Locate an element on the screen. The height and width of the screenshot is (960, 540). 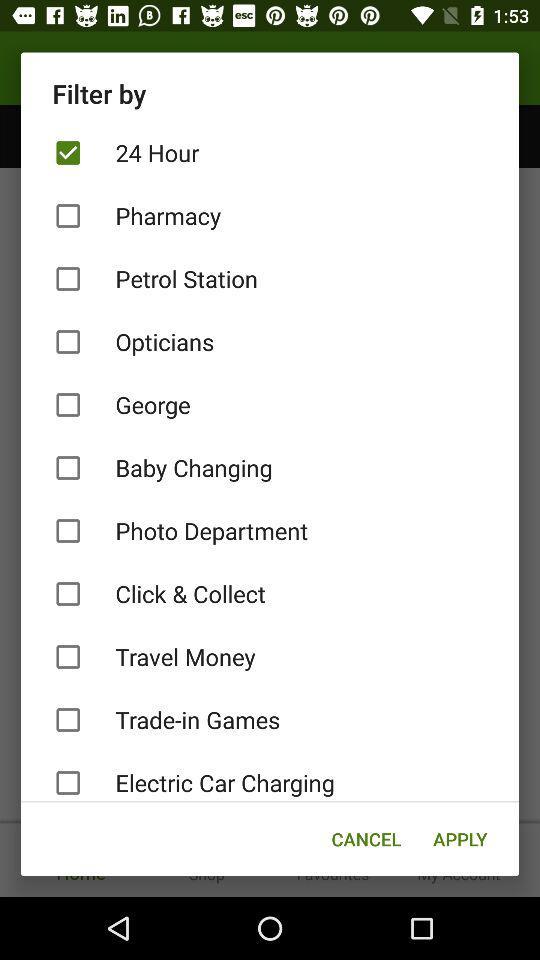
the travel money icon is located at coordinates (270, 656).